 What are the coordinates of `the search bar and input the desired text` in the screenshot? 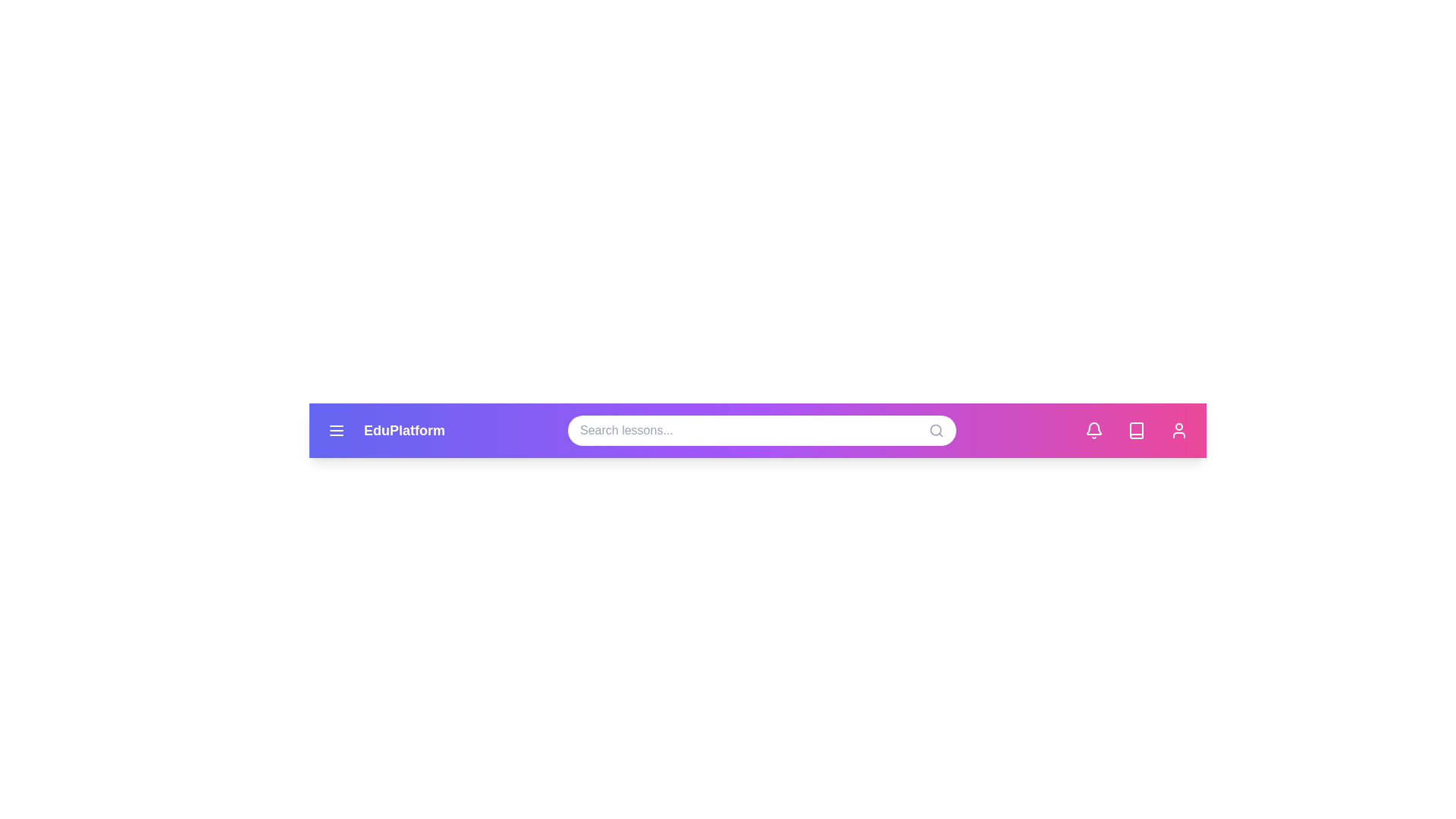 It's located at (761, 430).